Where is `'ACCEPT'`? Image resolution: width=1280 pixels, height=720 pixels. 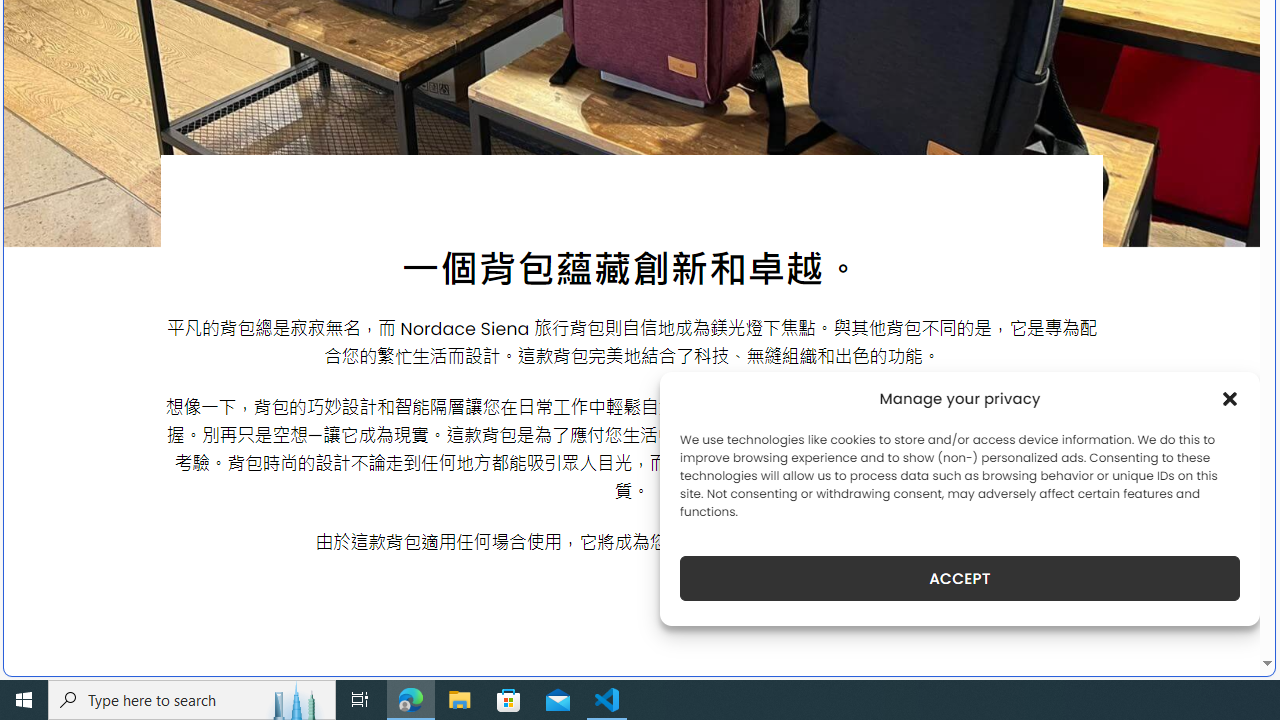
'ACCEPT' is located at coordinates (960, 578).